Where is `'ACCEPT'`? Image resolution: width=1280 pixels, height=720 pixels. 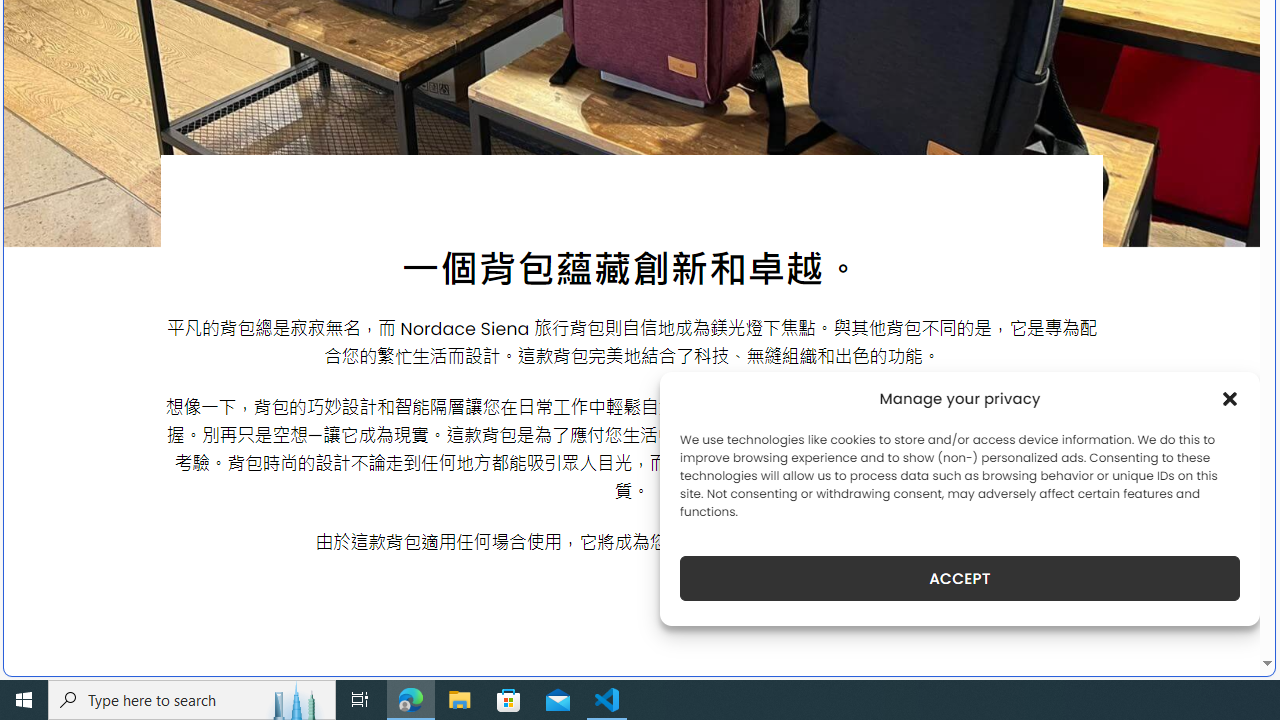
'ACCEPT' is located at coordinates (960, 578).